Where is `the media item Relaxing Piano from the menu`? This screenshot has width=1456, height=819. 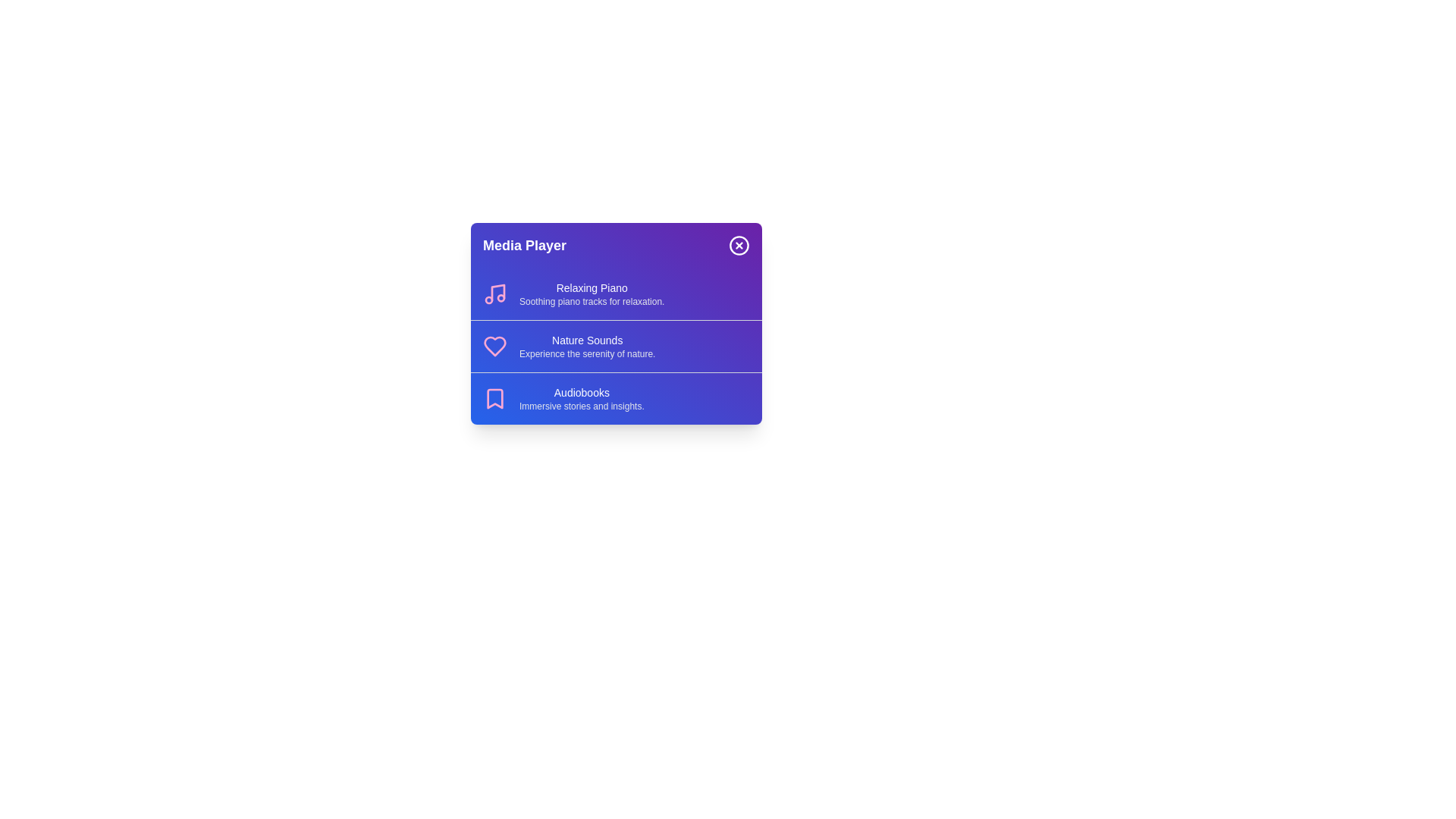
the media item Relaxing Piano from the menu is located at coordinates (616, 294).